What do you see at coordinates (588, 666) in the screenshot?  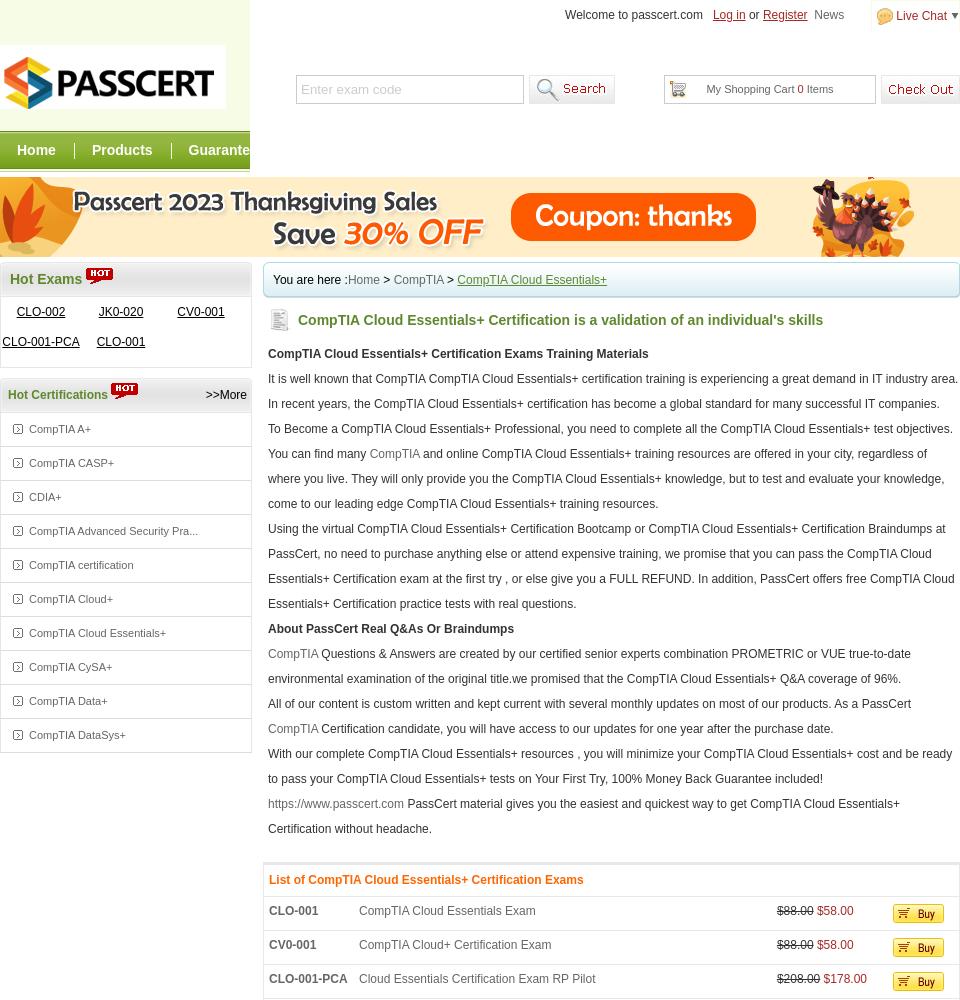 I see `'Questions & Answers are created by our certified senior experts combination PROMETRIC or VUE true-to-date environmental examination of the original title.we promised that the CompTIA Cloud Essentials+ Q&A coverage of 96%.'` at bounding box center [588, 666].